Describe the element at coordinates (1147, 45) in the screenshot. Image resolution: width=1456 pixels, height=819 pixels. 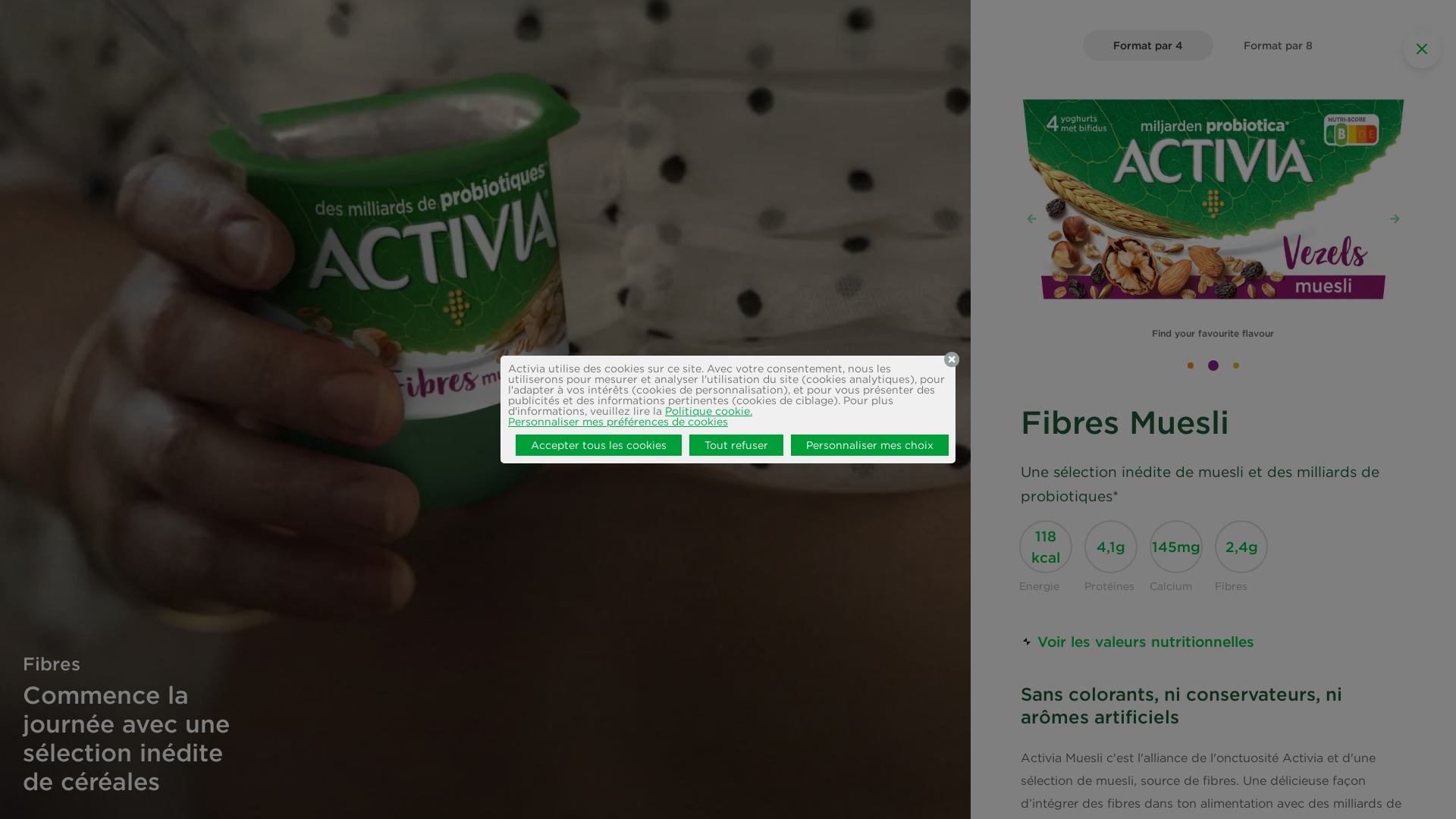
I see `'Format par 4'` at that location.